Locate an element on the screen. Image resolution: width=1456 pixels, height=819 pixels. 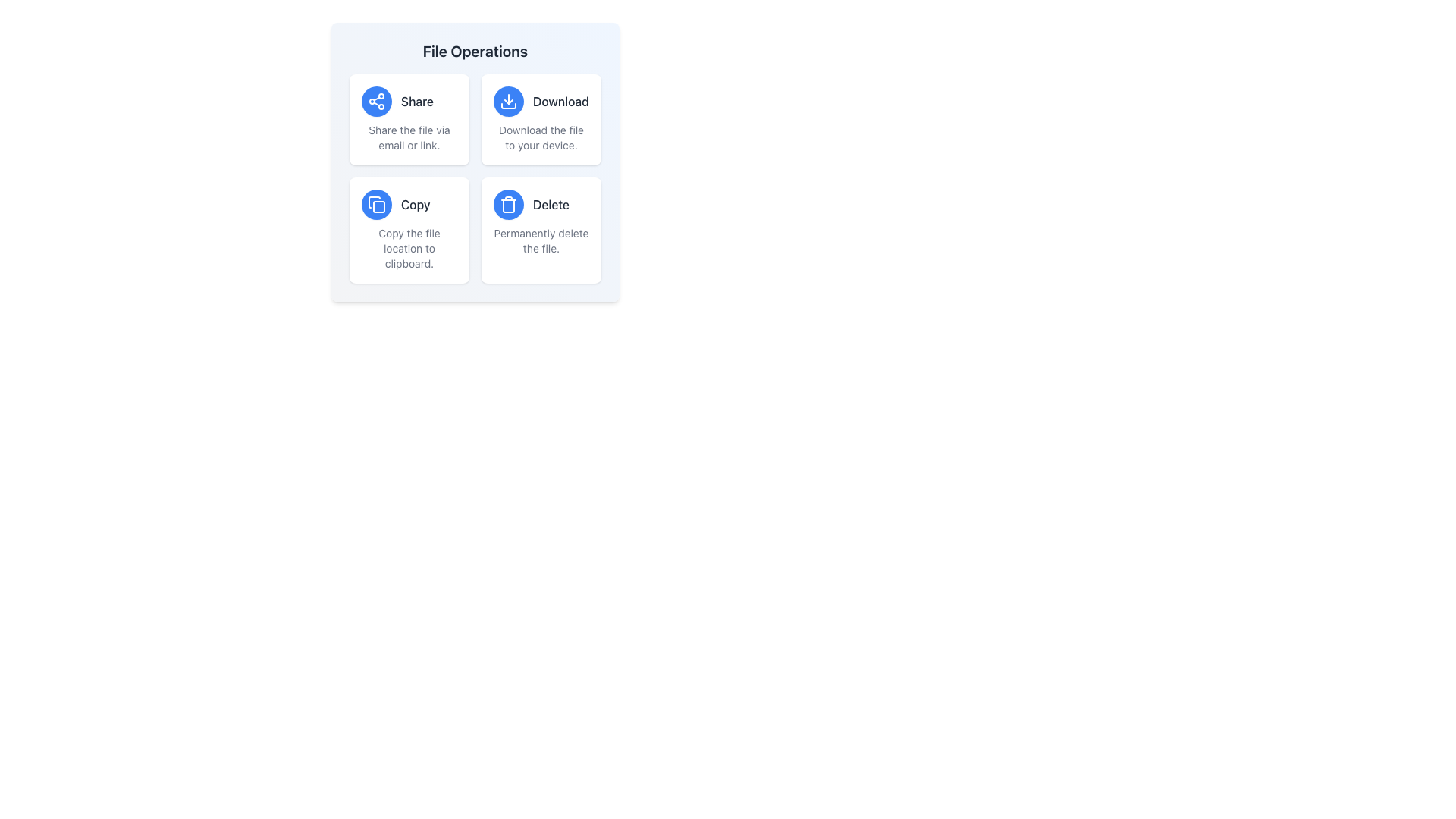
text from the 'Download' label, which is styled in medium-sized gray text and located in the second tile of the 'File Operations' section is located at coordinates (560, 102).